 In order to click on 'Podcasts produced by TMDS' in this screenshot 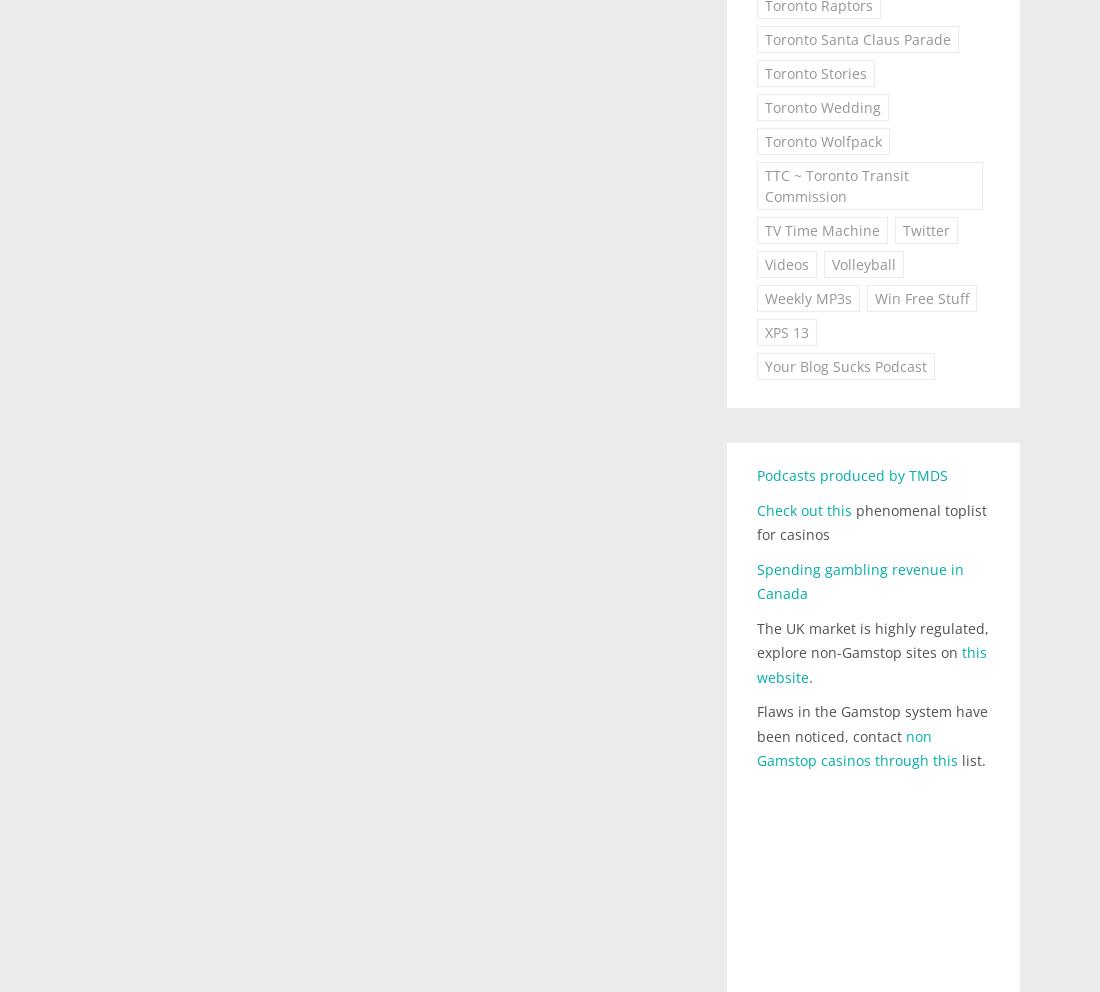, I will do `click(850, 475)`.